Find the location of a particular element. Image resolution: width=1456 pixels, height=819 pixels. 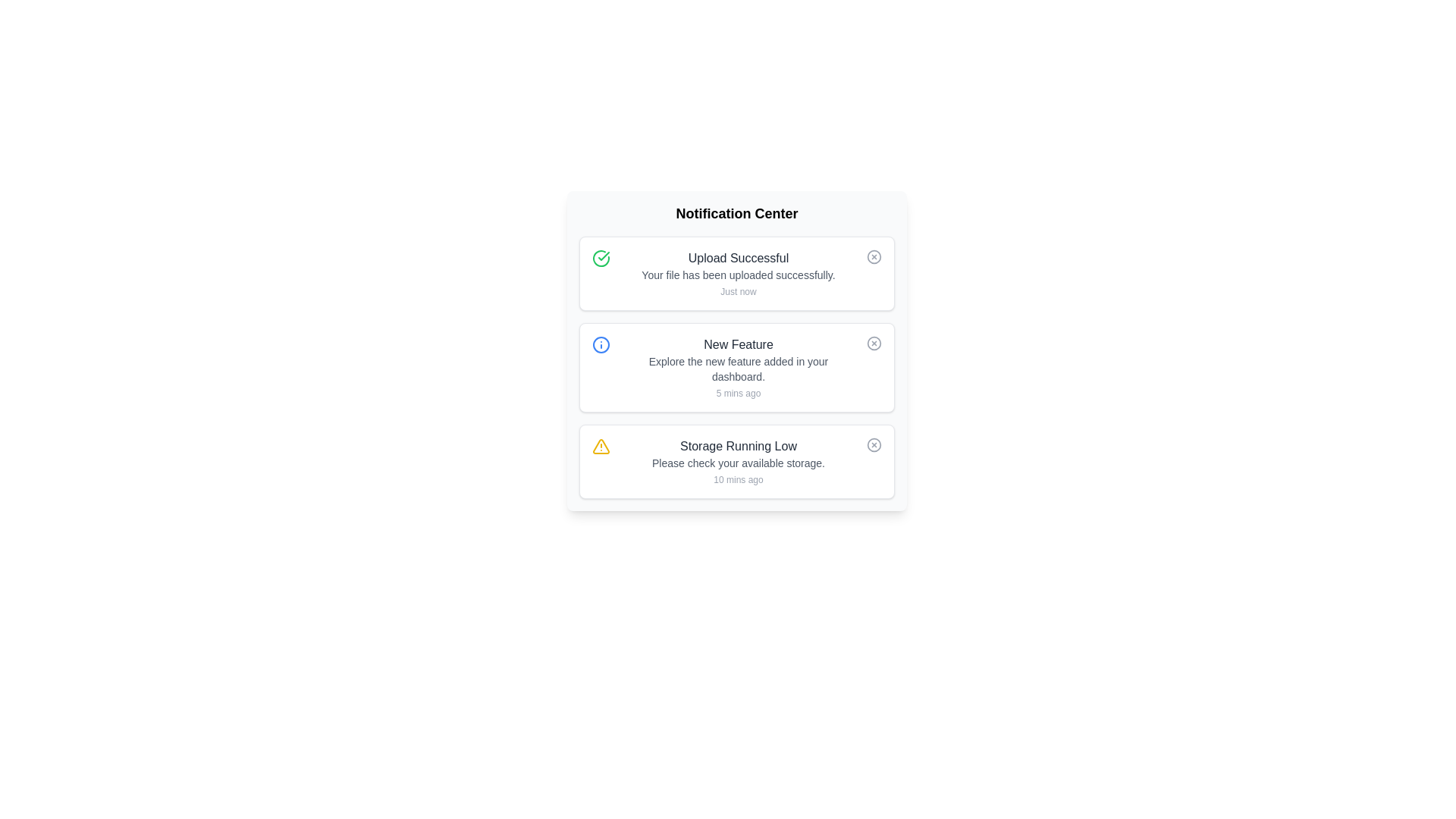

text label displaying 'Upload Successful' located in the top-right section of the notification card in the Notification Center panel is located at coordinates (739, 257).